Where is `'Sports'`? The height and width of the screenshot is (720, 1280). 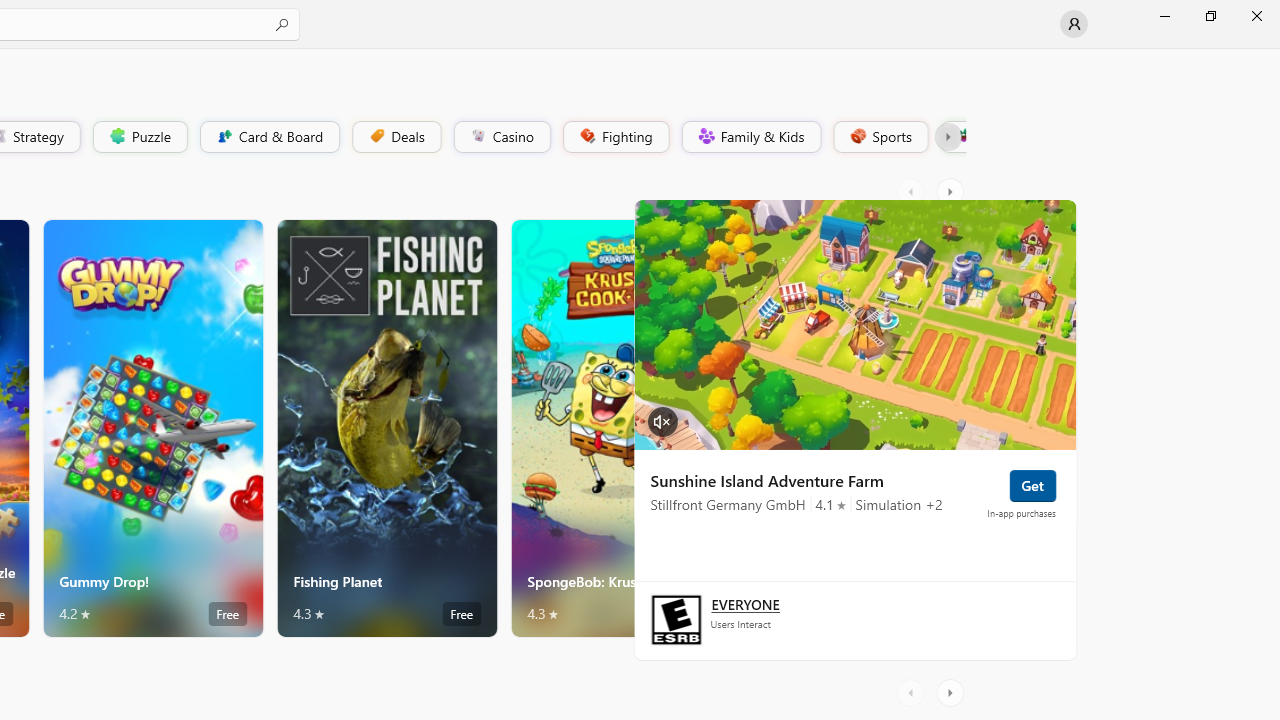 'Sports' is located at coordinates (879, 135).